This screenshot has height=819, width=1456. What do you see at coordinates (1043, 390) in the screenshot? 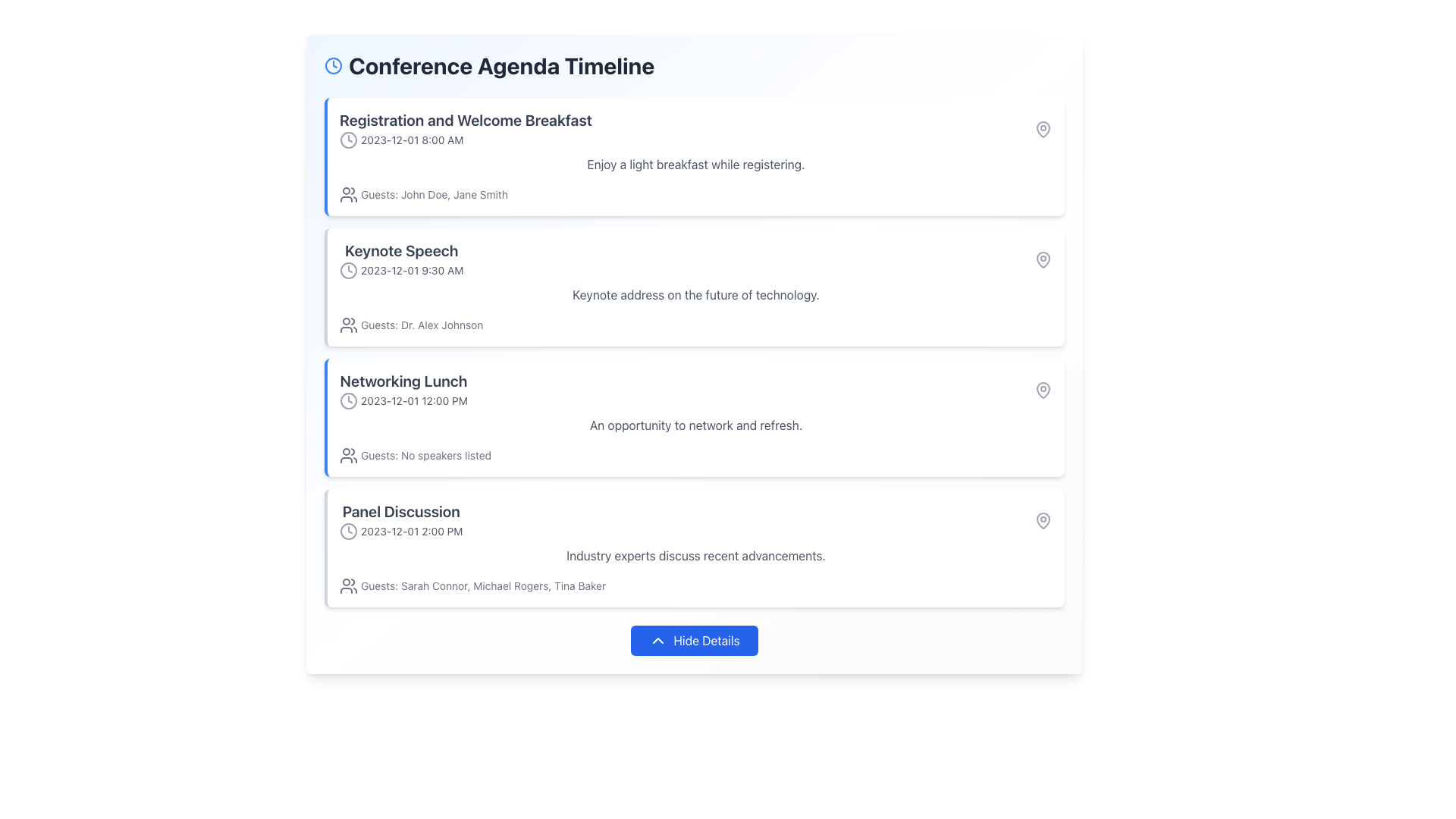
I see `the visual location marker icon for the 'Networking Lunch' session` at bounding box center [1043, 390].